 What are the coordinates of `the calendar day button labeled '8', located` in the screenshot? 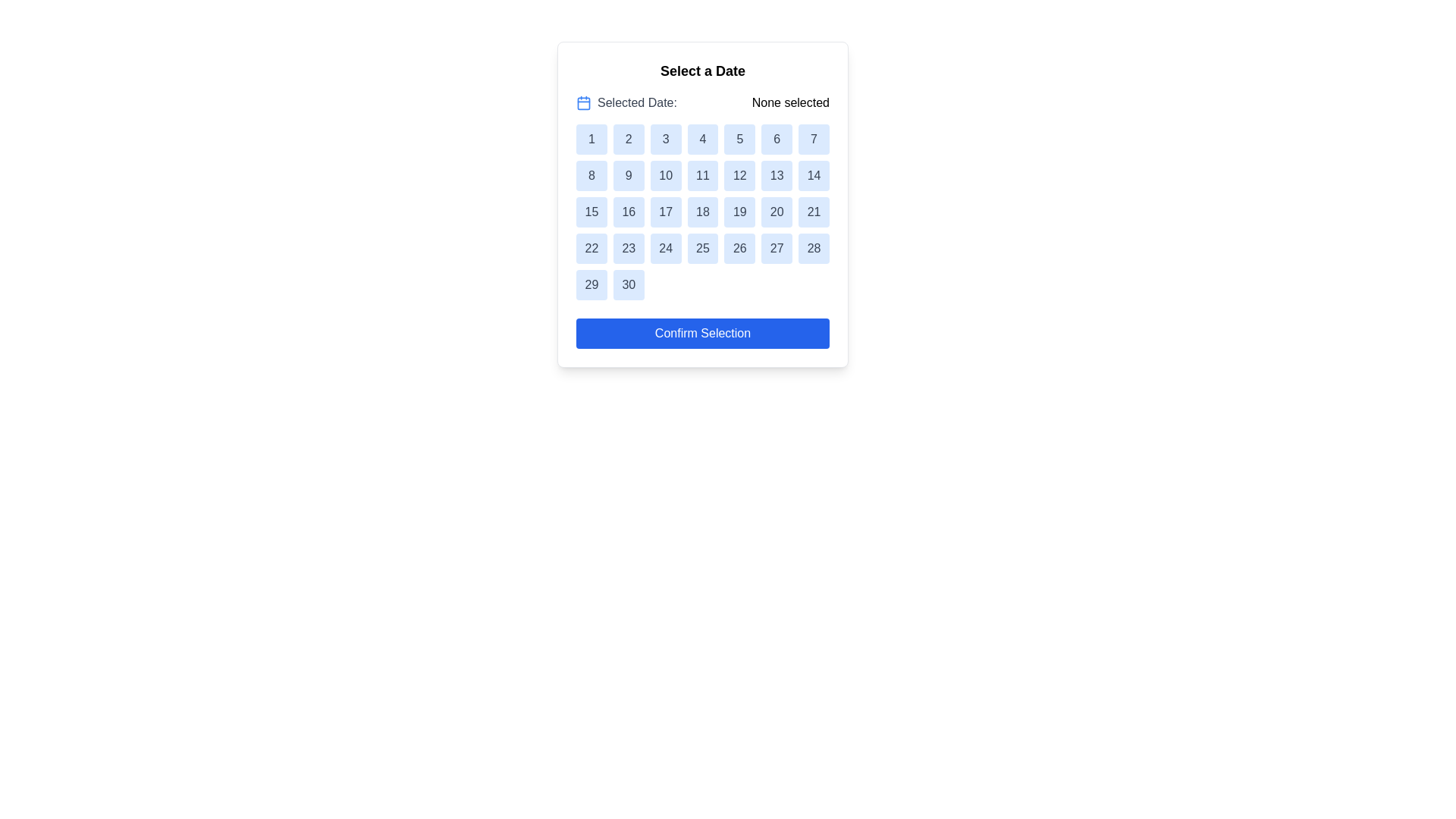 It's located at (591, 174).